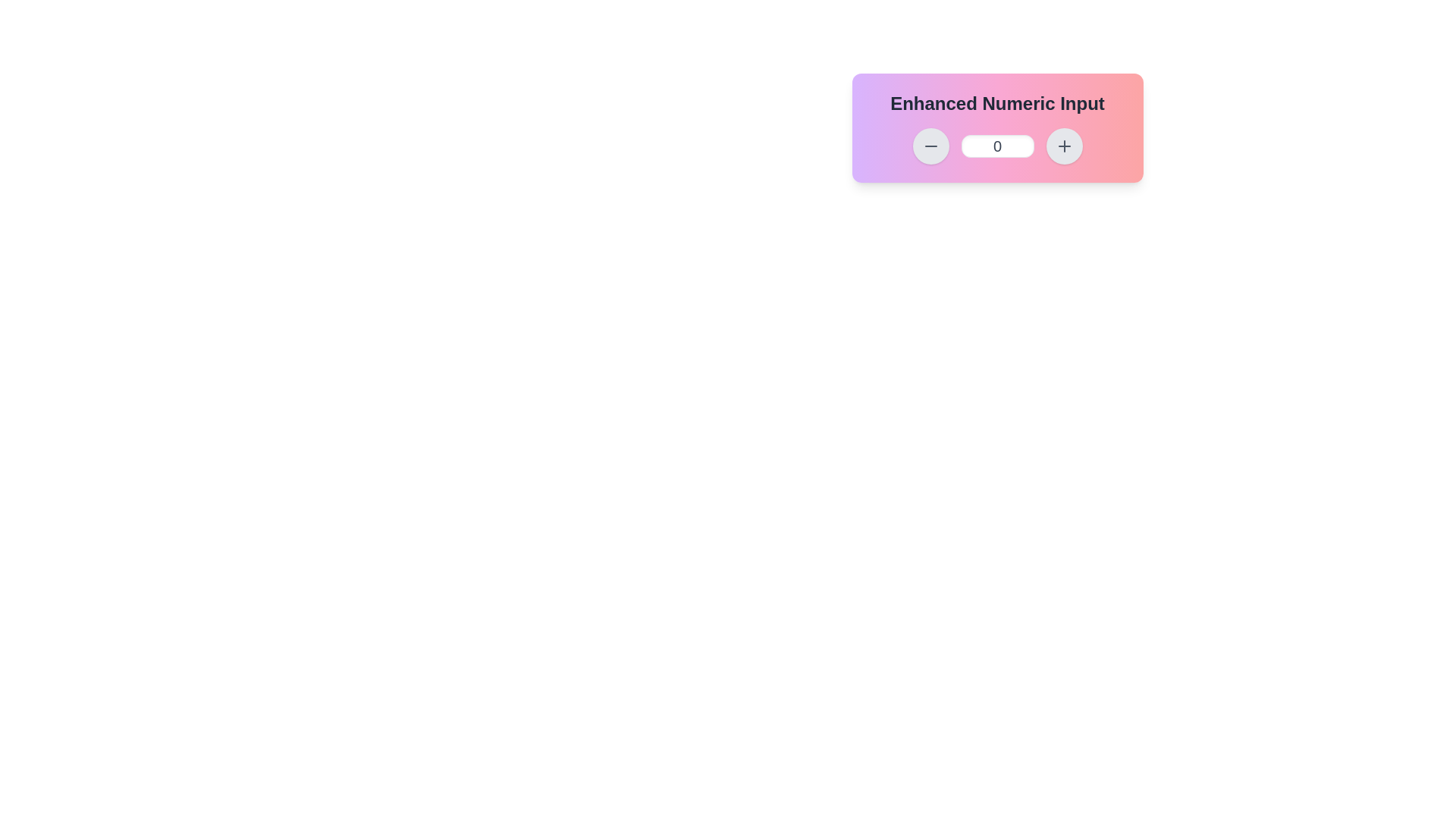 This screenshot has height=819, width=1456. Describe the element at coordinates (1063, 146) in the screenshot. I see `the circular button with a gray background and a plus icon, located to the right of the numeric input field` at that location.